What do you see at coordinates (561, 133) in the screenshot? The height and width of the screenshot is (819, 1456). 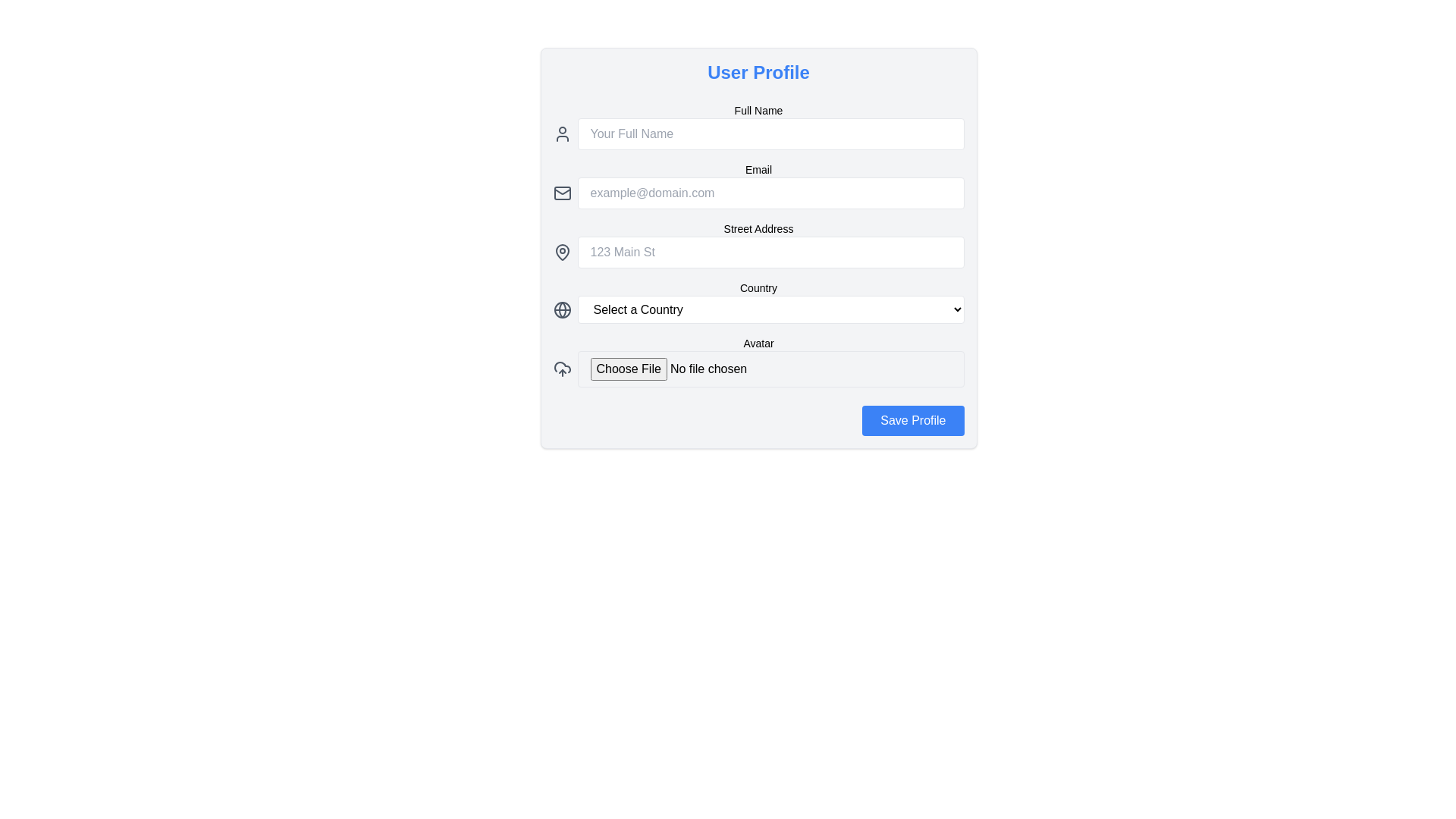 I see `the user avatar icon, which is a minimalistic SVG graphic consisting of a circle for the head and a semi-oval for the shoulders, located to the left of the 'Your Full Name' input field` at bounding box center [561, 133].